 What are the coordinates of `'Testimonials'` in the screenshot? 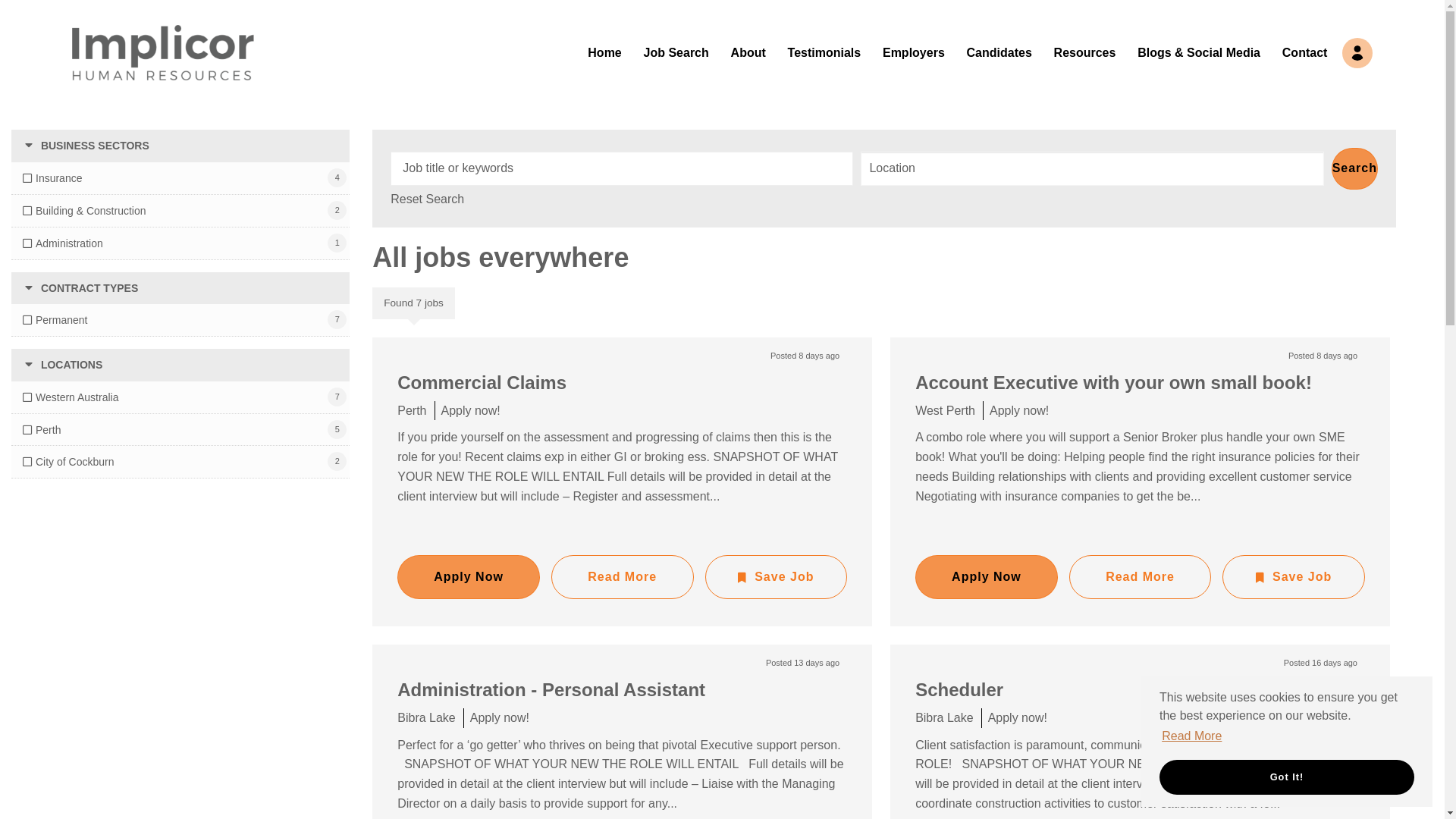 It's located at (824, 52).